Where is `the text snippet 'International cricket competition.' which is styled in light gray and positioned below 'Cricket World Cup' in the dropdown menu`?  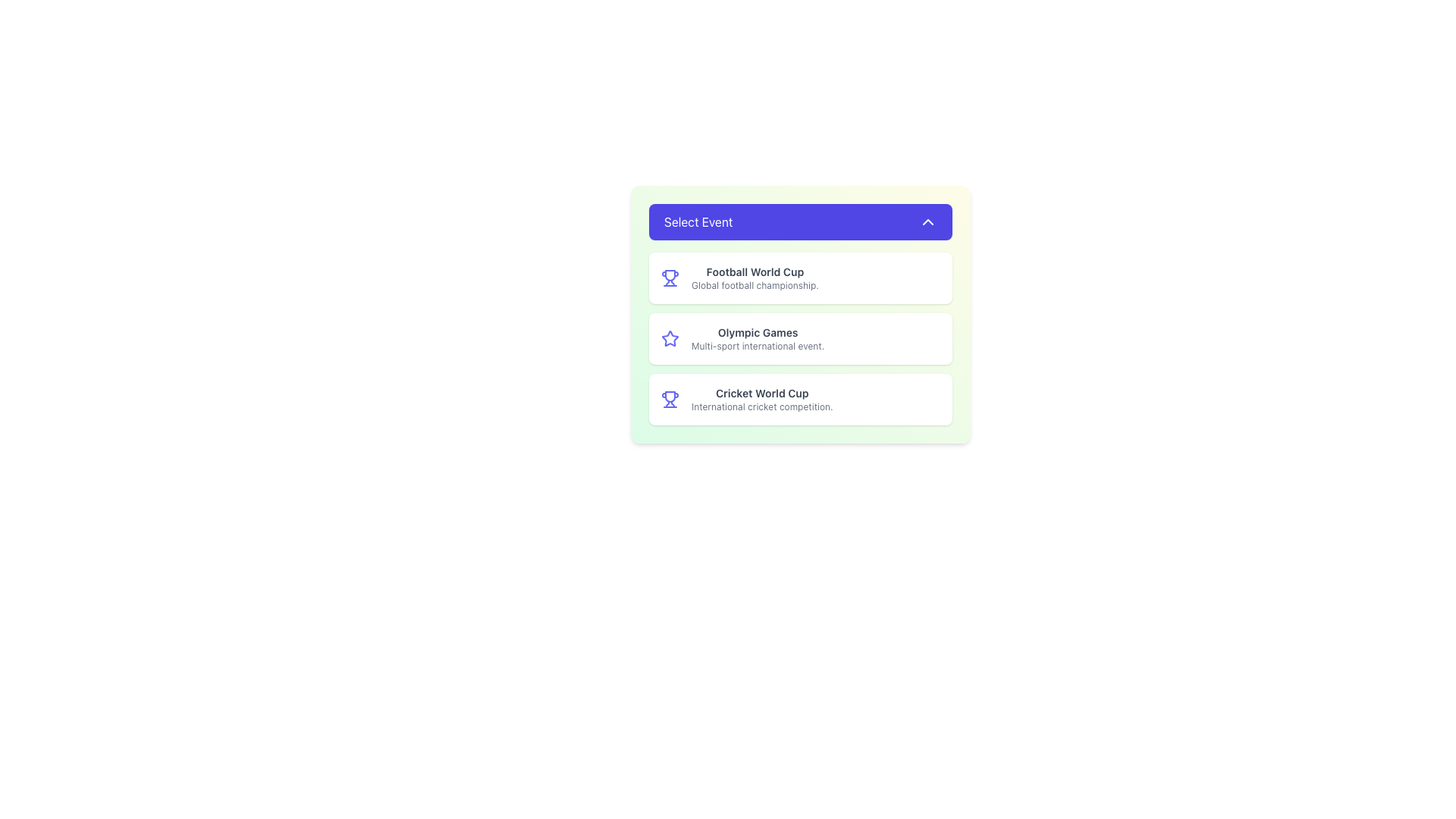 the text snippet 'International cricket competition.' which is styled in light gray and positioned below 'Cricket World Cup' in the dropdown menu is located at coordinates (762, 406).